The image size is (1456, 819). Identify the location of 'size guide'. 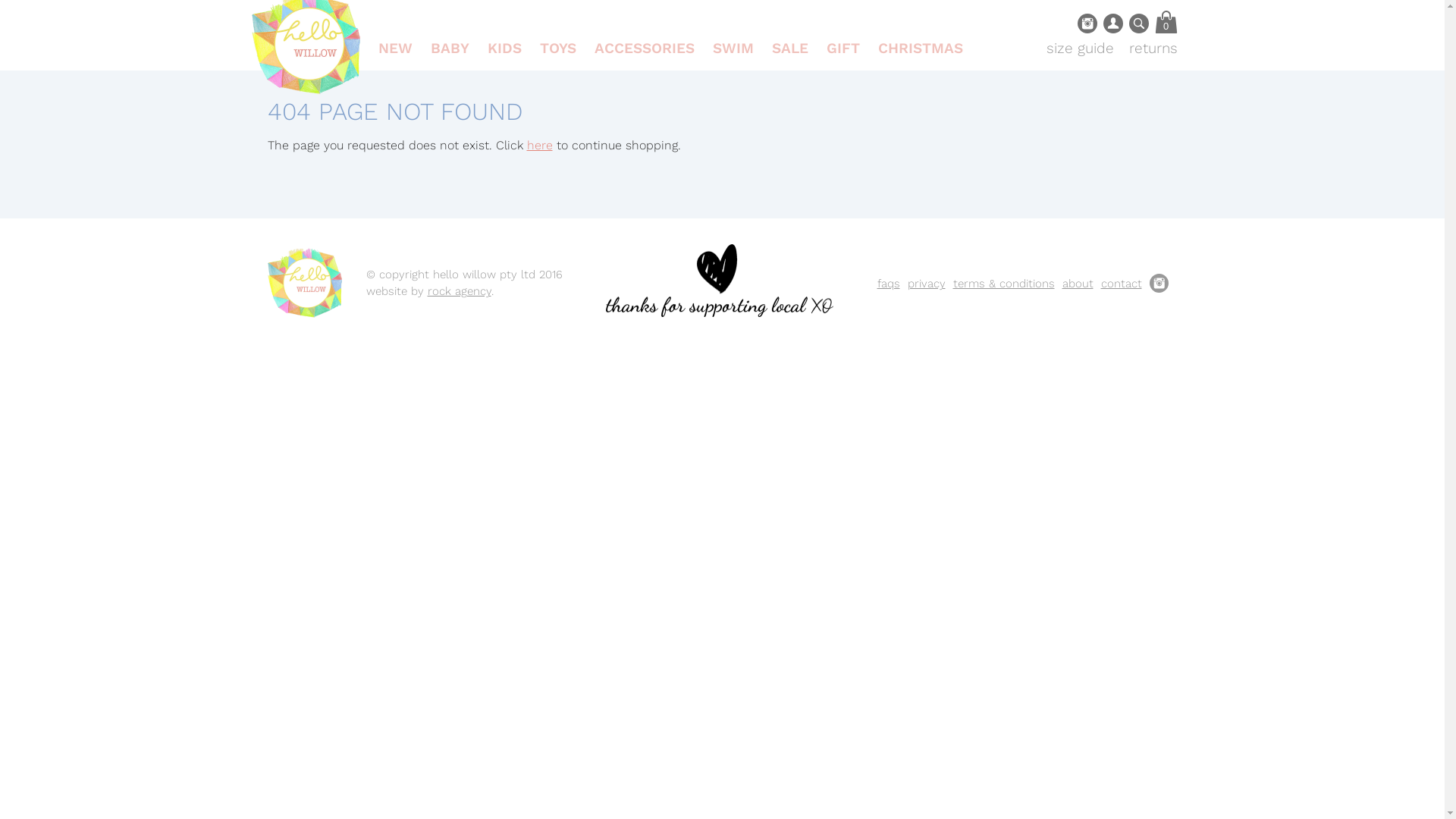
(1079, 47).